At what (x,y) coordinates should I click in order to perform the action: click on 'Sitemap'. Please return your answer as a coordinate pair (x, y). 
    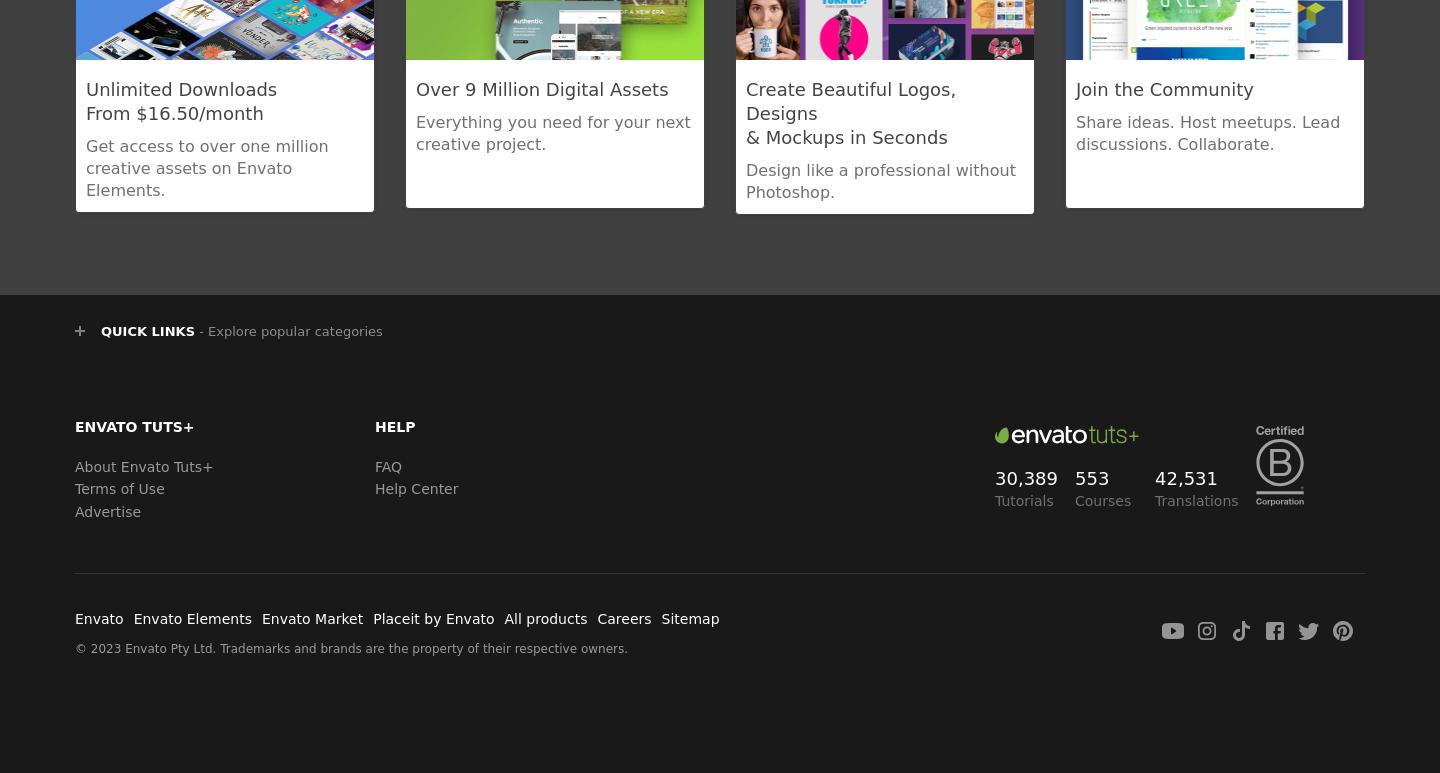
    Looking at the image, I should click on (659, 617).